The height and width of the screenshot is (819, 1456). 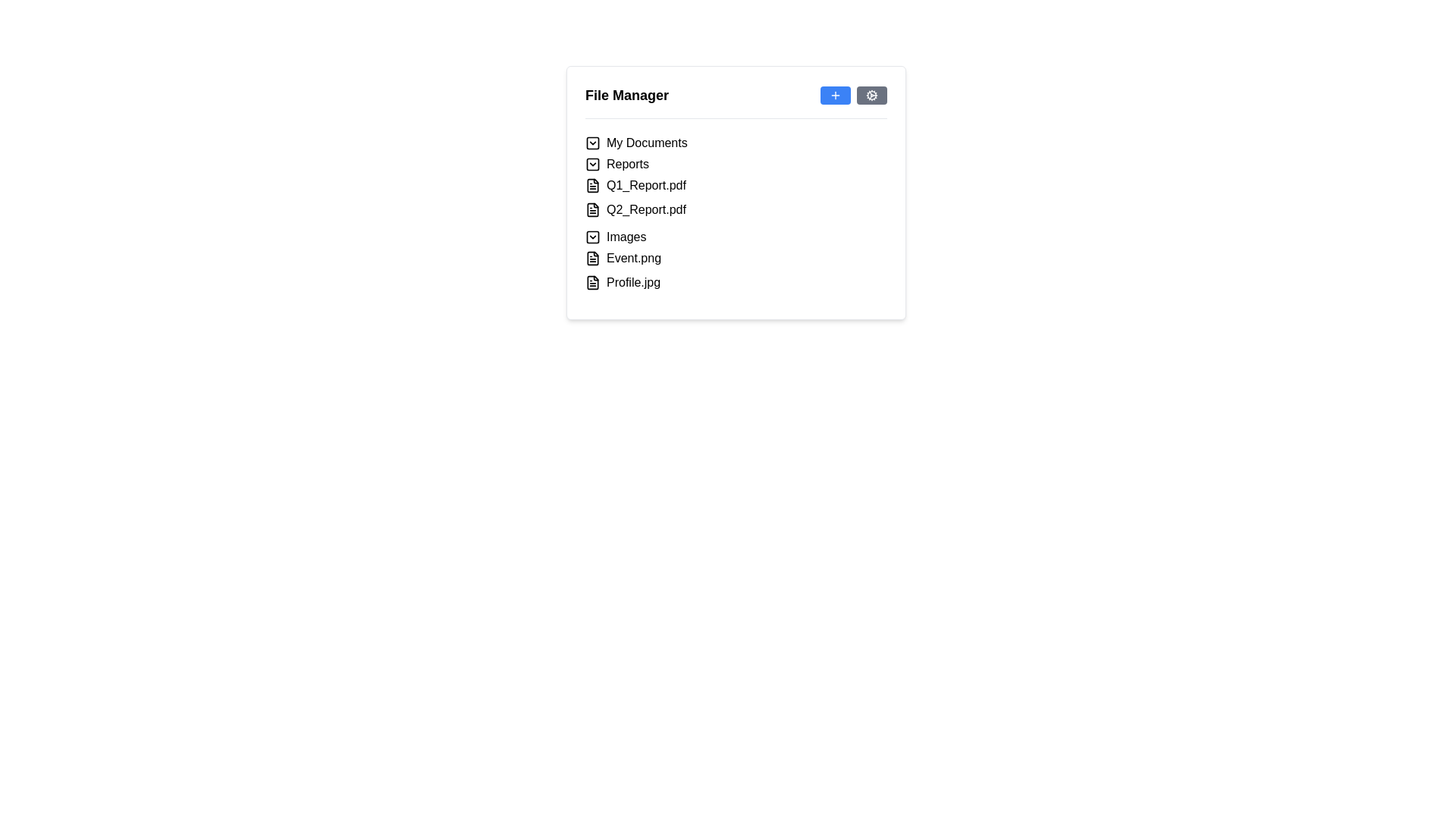 I want to click on the graphical icon resembling a '+' sign with a blue outline, located in the top-right corner of the 'File Manager' interface, adjacent to a gear icon button, so click(x=835, y=96).